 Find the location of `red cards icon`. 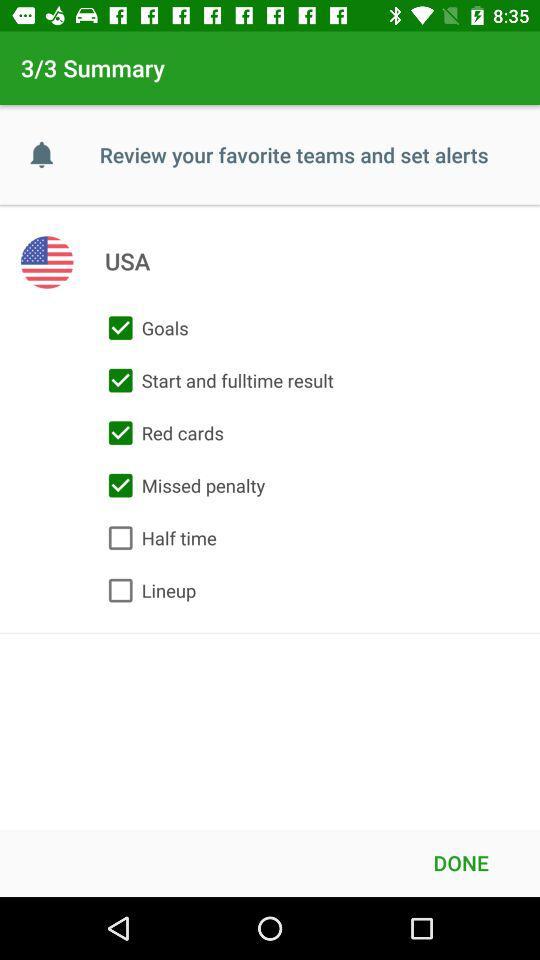

red cards icon is located at coordinates (160, 433).